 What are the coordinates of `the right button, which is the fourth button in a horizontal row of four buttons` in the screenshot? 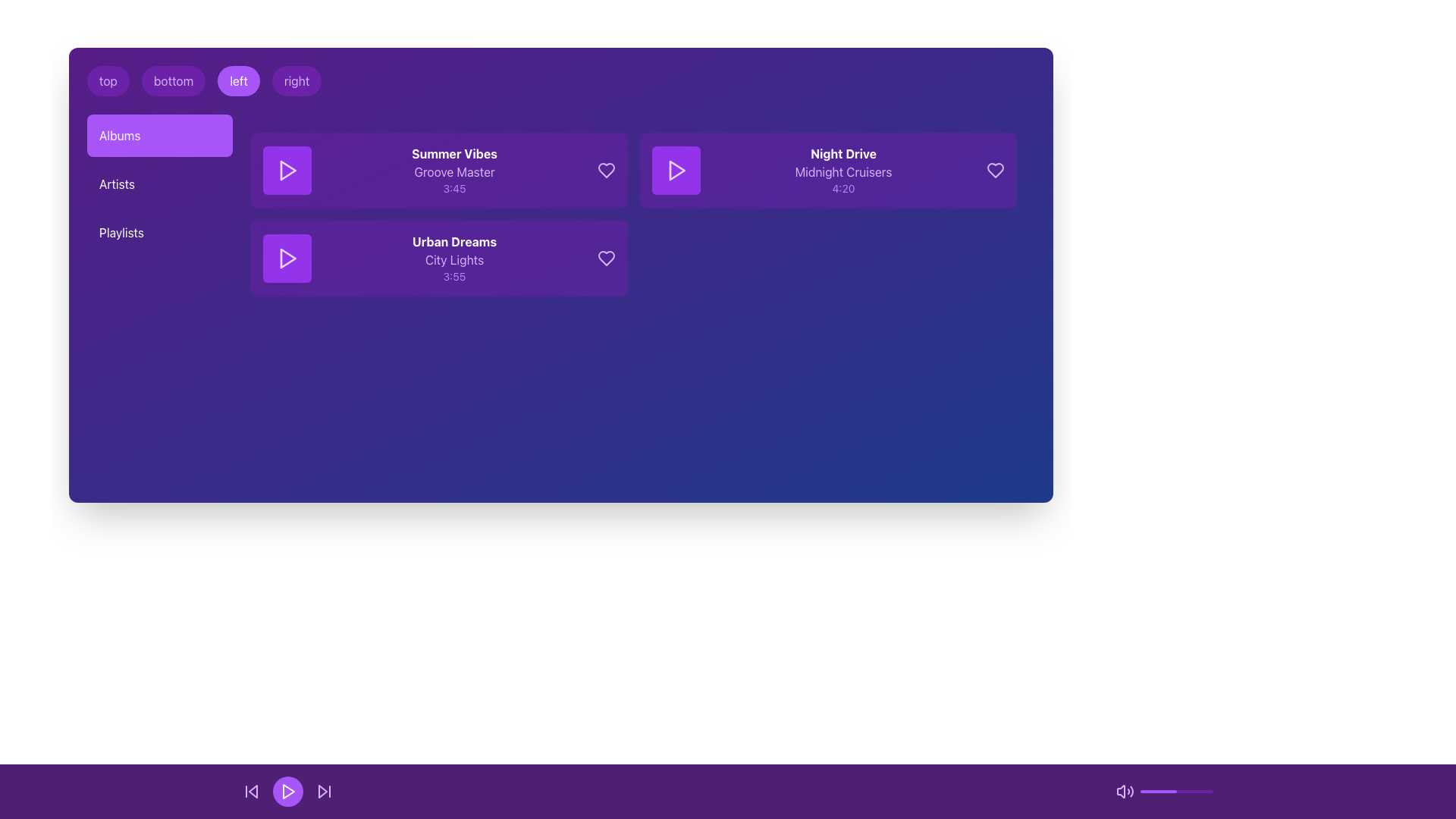 It's located at (297, 81).